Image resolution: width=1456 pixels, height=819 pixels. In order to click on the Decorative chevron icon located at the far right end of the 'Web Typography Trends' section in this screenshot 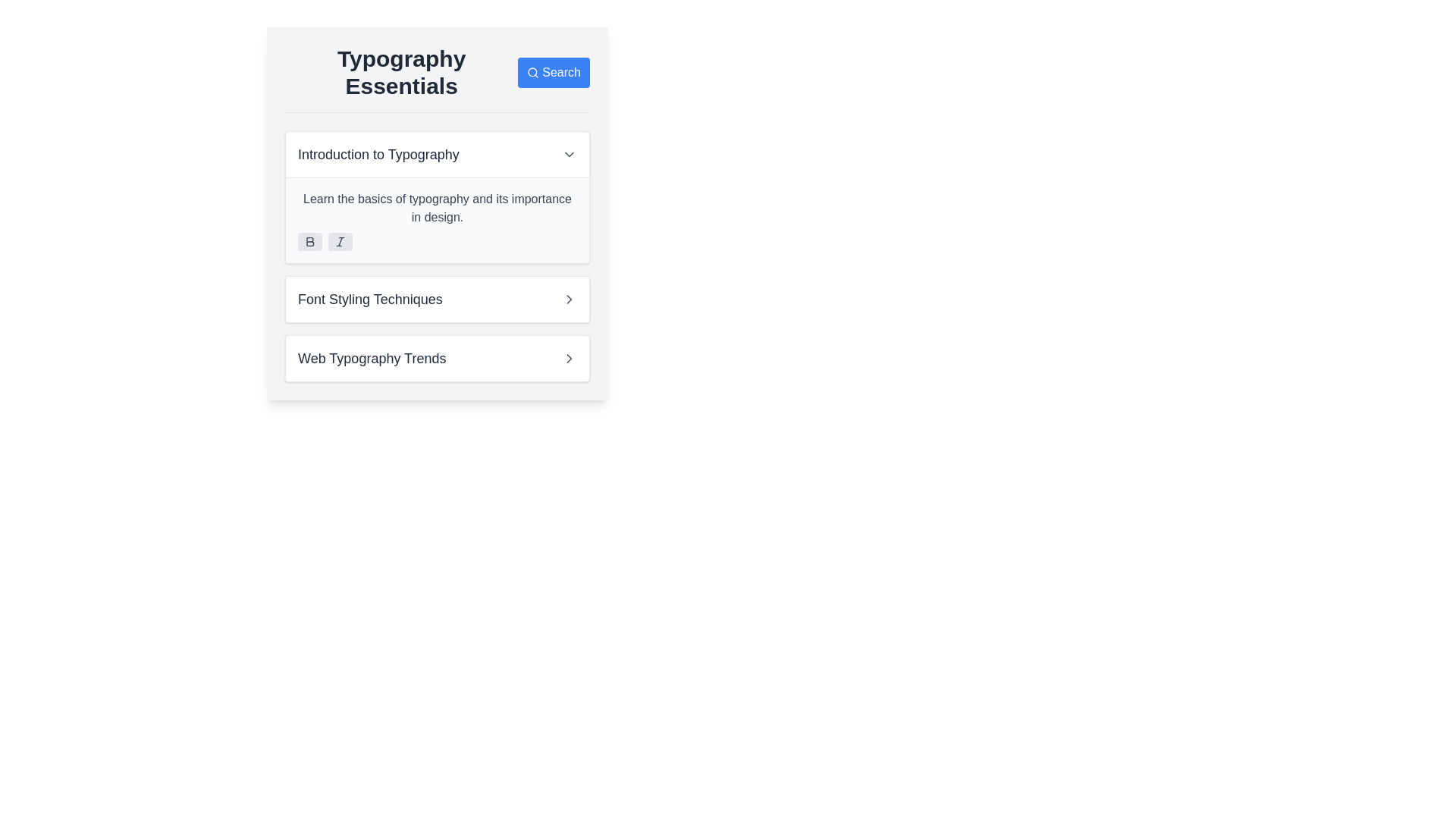, I will do `click(568, 359)`.